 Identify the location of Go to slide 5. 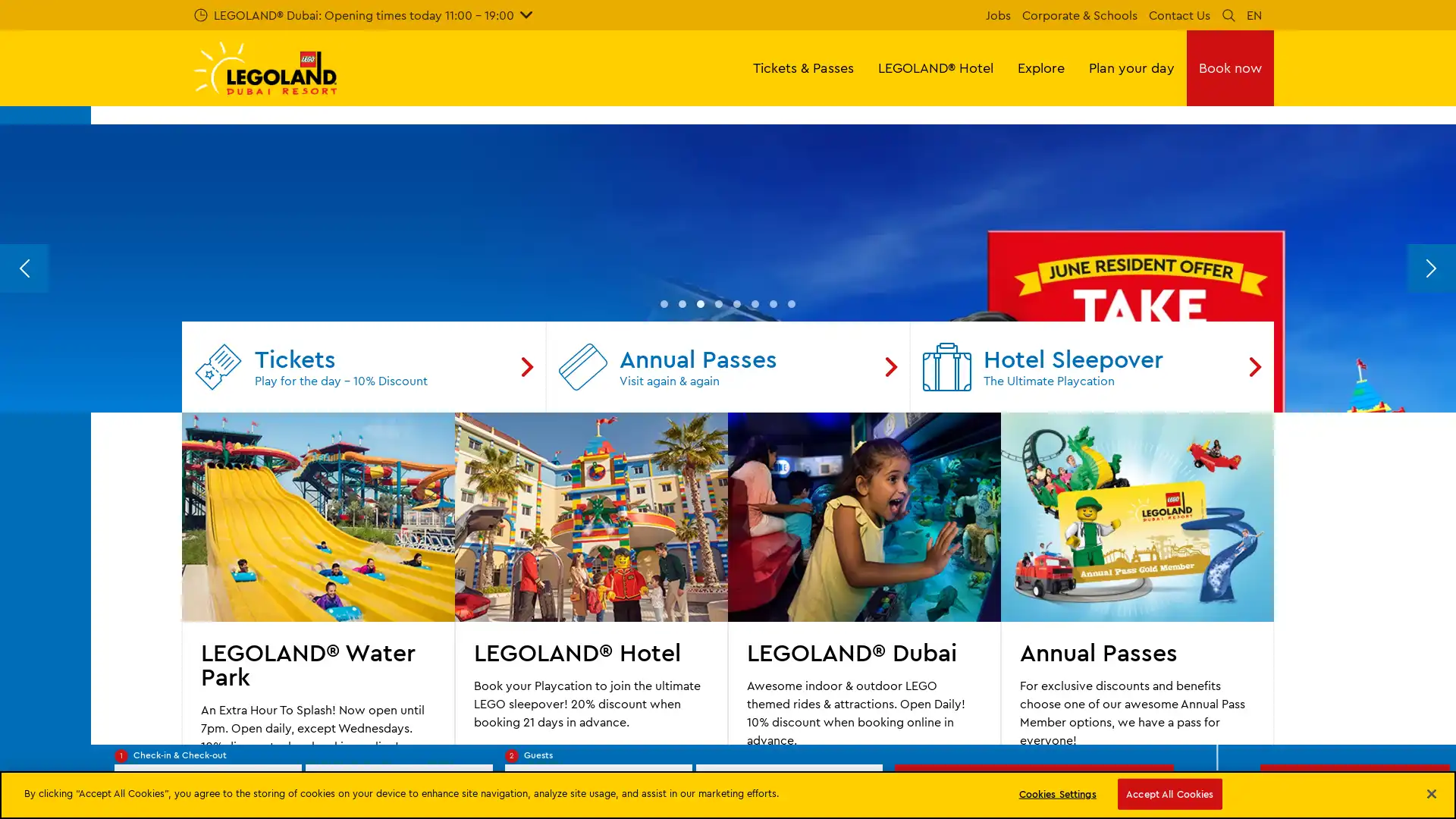
(736, 604).